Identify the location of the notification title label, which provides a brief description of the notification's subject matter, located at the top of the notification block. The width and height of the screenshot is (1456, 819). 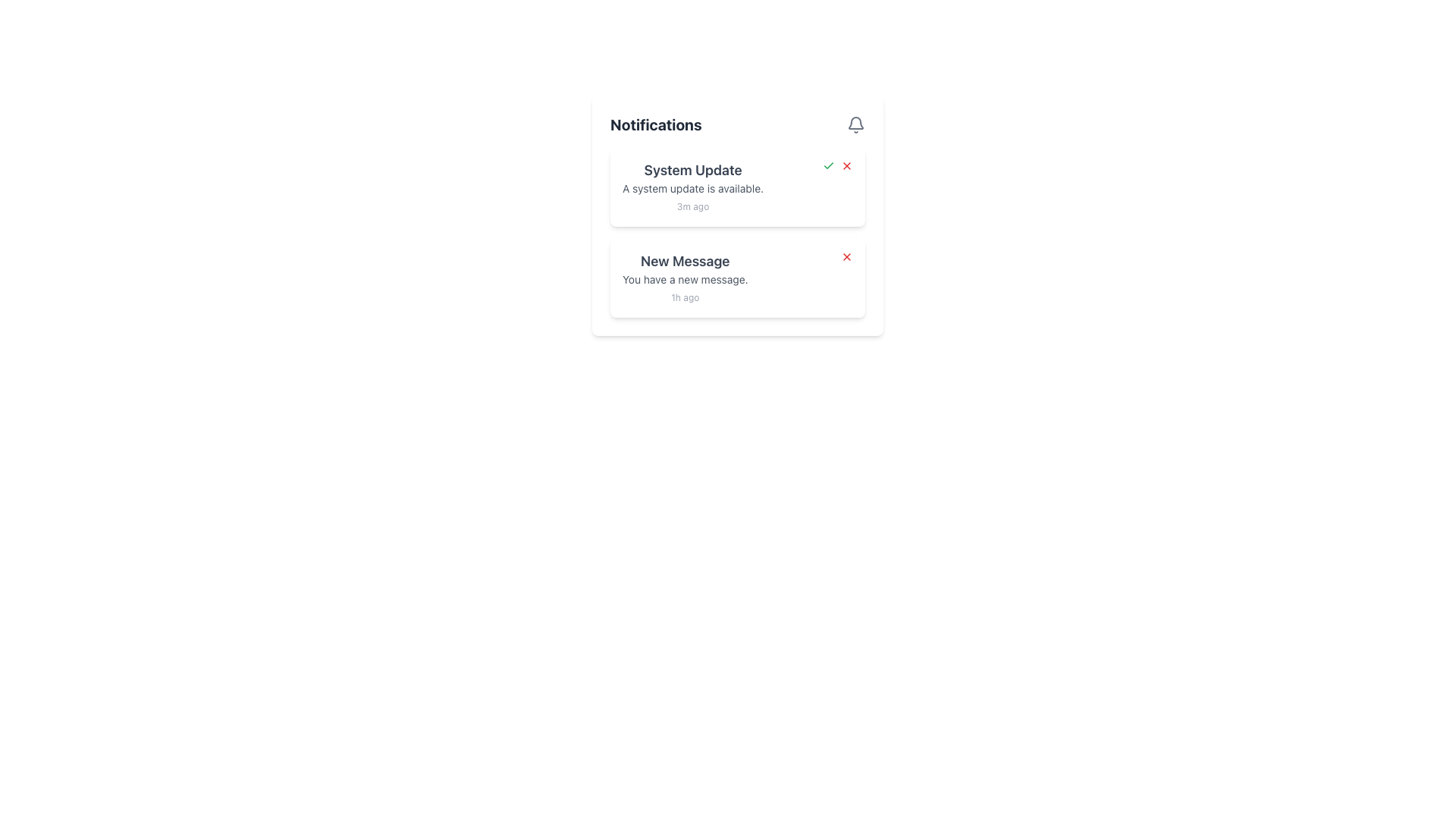
(692, 170).